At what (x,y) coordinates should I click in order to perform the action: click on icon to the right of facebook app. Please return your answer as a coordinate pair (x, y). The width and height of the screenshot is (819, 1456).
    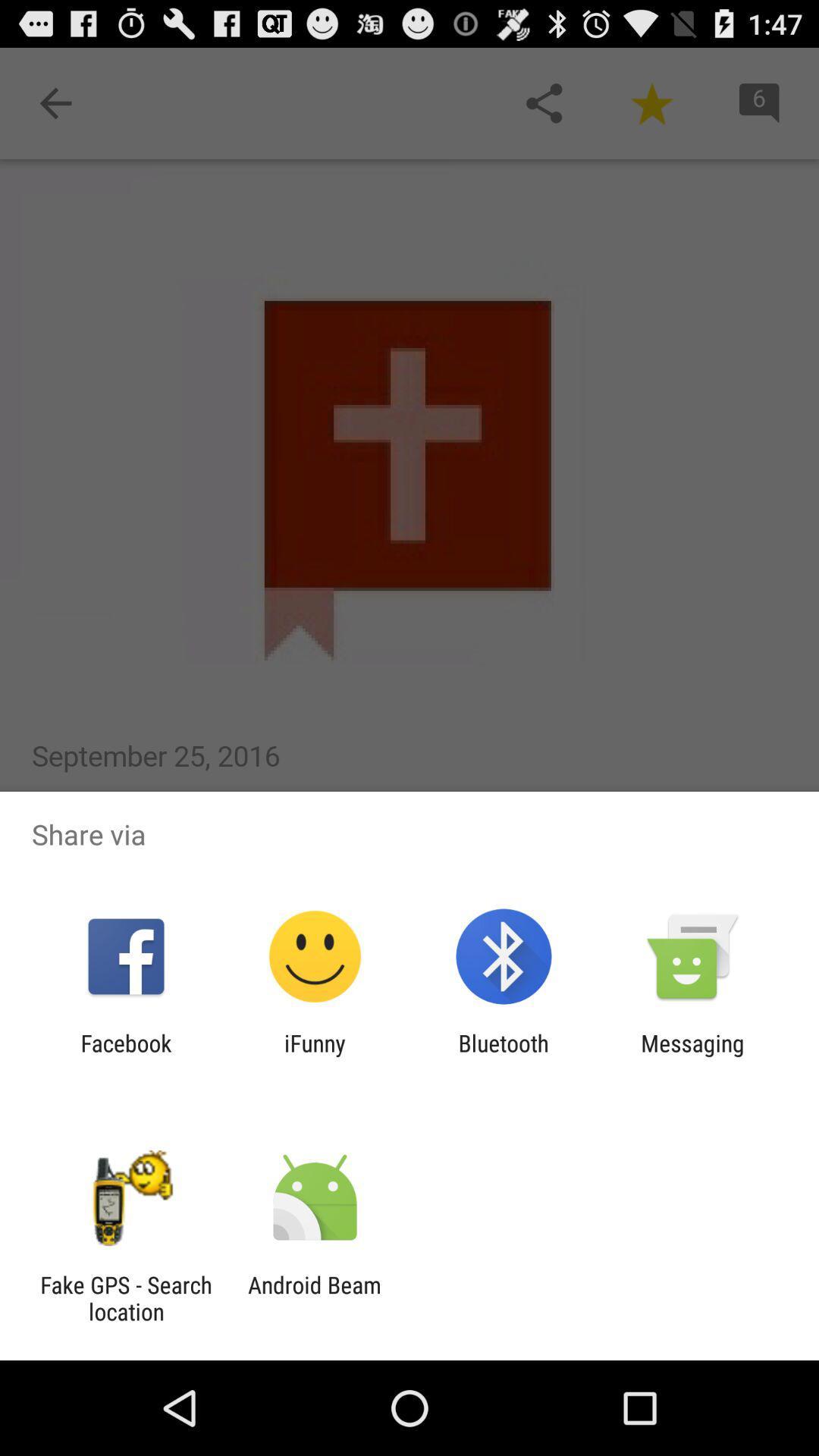
    Looking at the image, I should click on (314, 1056).